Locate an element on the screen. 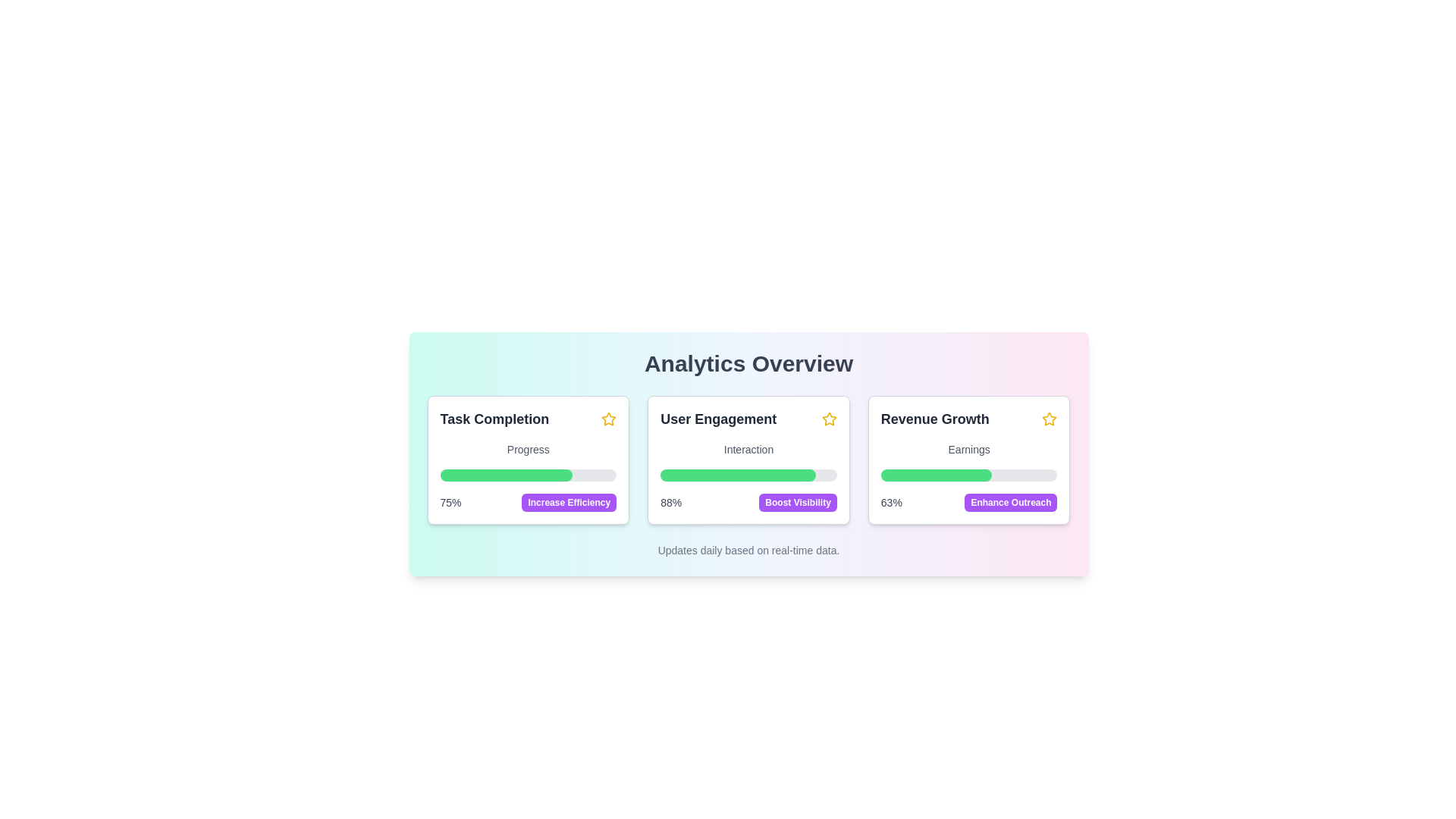 The image size is (1456, 819). the prominent header labeled 'User Engagement' which is styled with a large, bold font and has a star icon to its right, located in the middle card of the three-card layout is located at coordinates (717, 419).